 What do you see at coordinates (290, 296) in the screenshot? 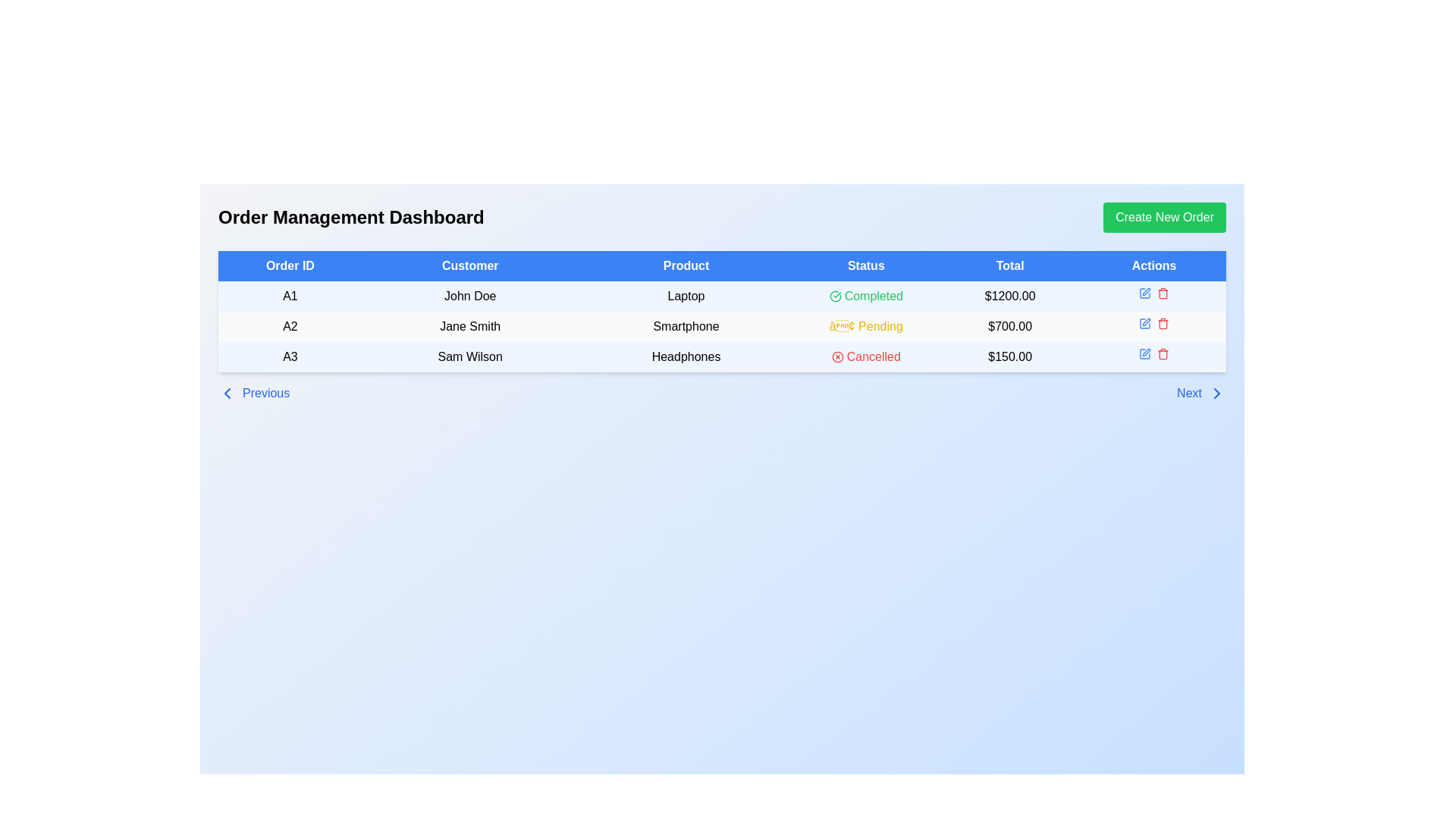
I see `the static text representing the order identifier in the first column of the first data row under the 'Order ID' column, which aligns with 'John Doe' and 'Laptop'` at bounding box center [290, 296].